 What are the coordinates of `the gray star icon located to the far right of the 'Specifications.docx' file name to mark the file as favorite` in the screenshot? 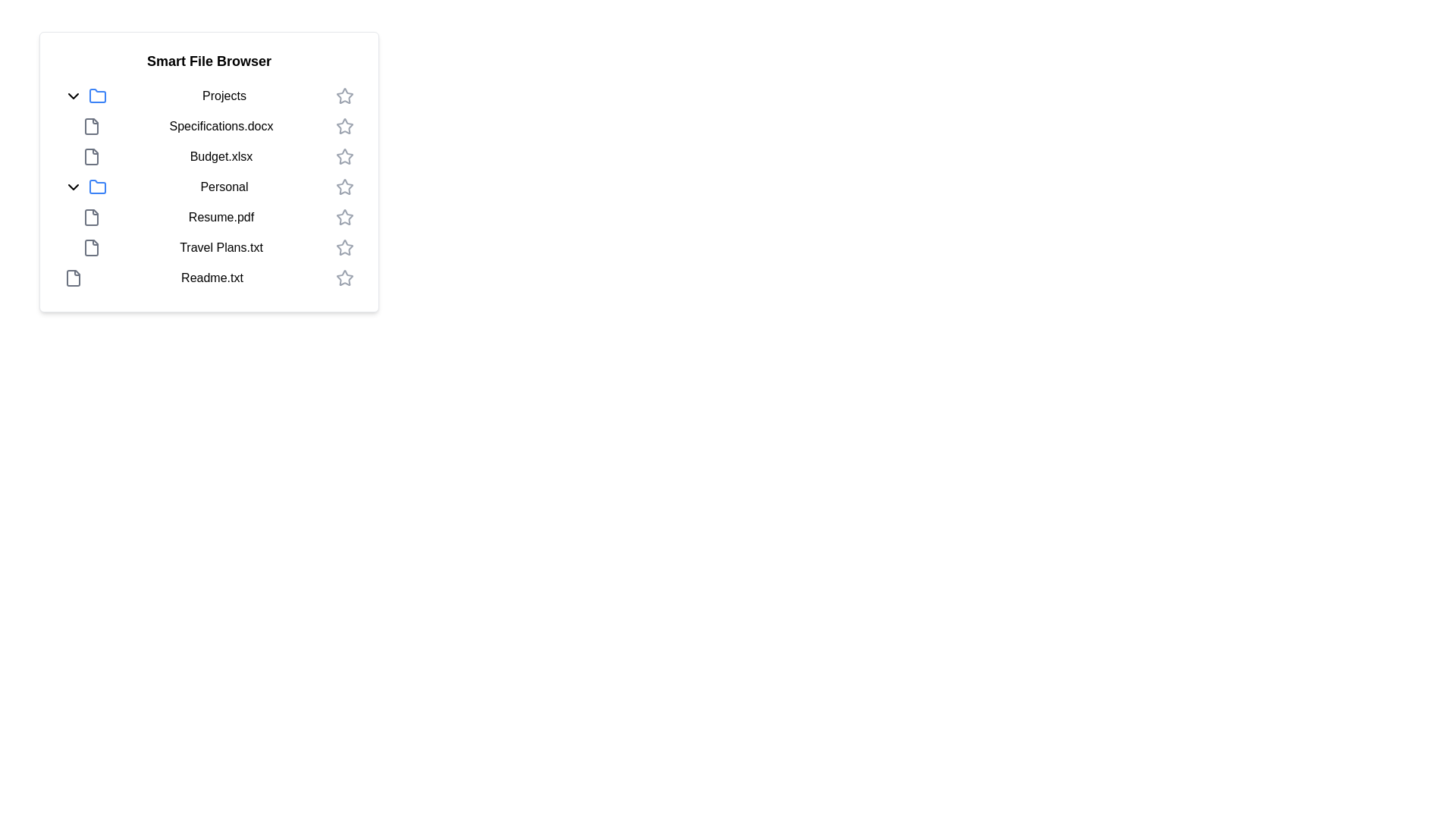 It's located at (344, 125).